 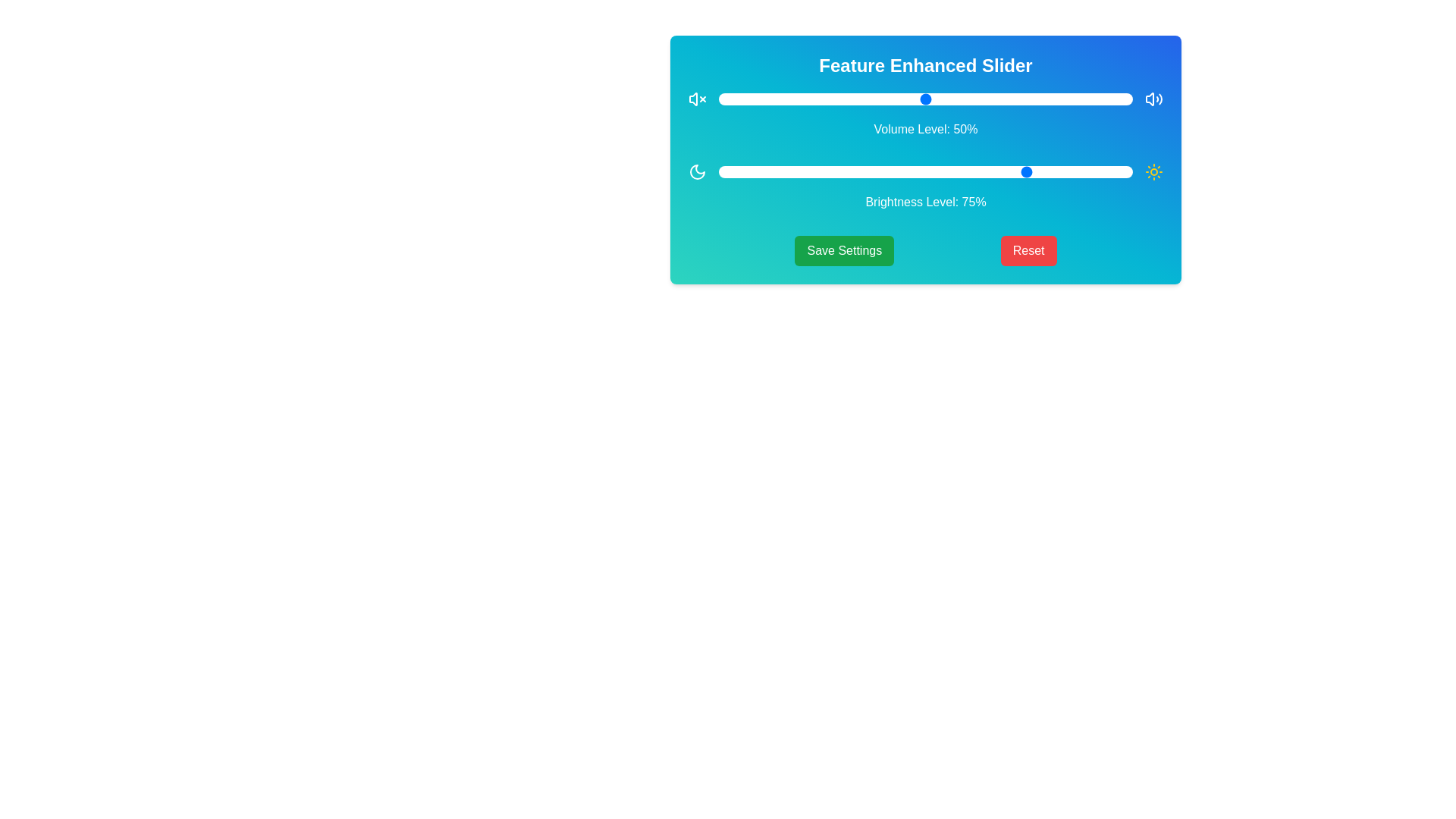 I want to click on brightness, so click(x=1120, y=171).